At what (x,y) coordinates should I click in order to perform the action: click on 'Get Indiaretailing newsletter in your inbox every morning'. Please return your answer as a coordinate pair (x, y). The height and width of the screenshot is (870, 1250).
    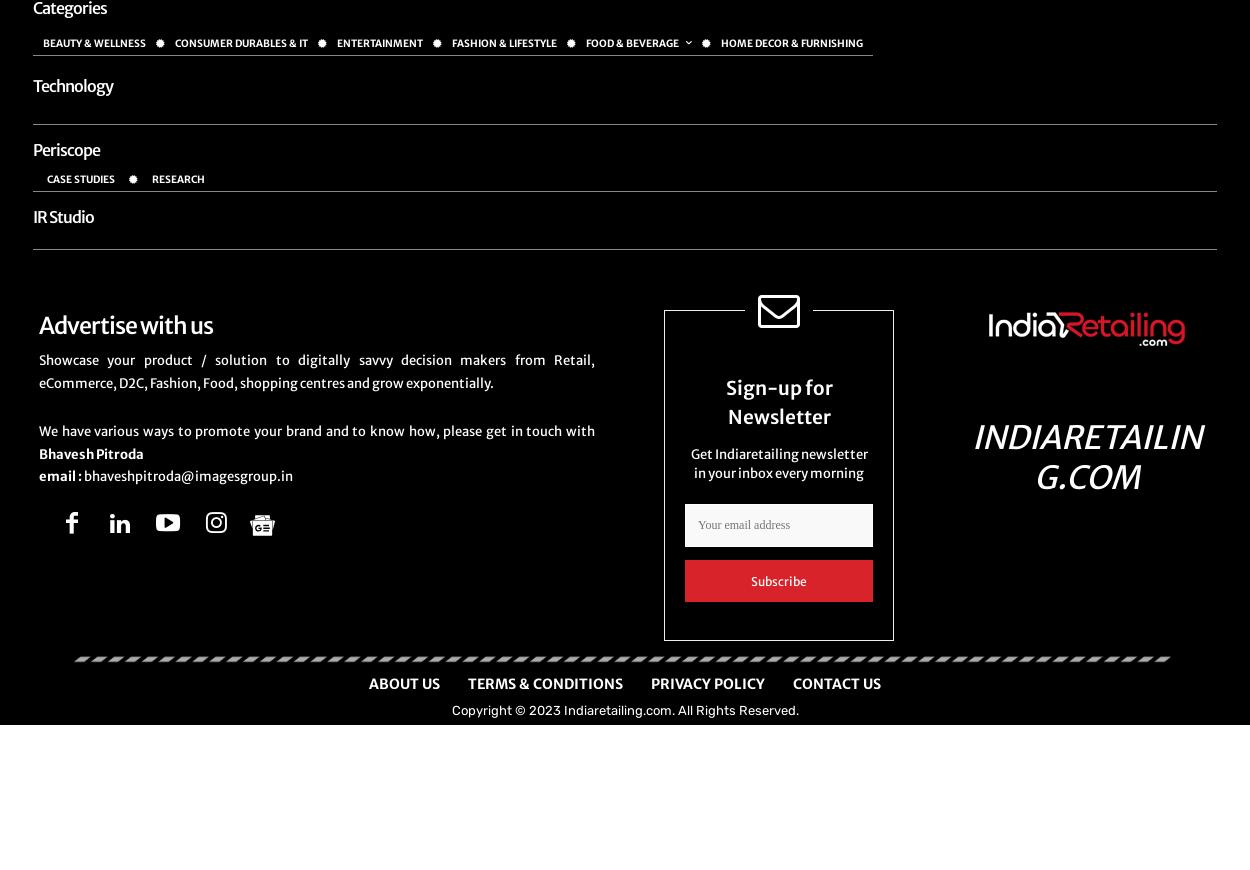
    Looking at the image, I should click on (778, 462).